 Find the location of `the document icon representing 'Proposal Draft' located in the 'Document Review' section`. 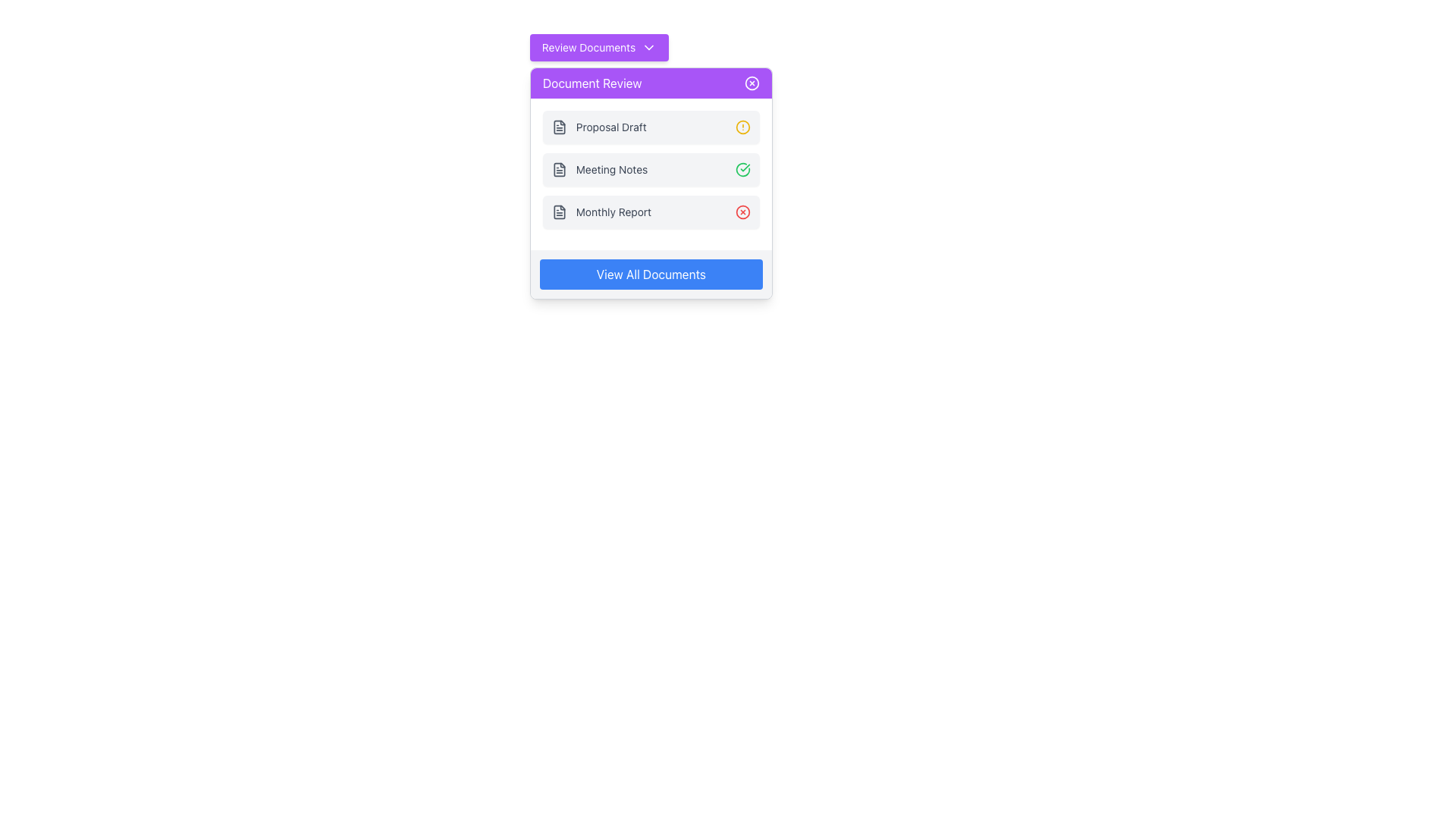

the document icon representing 'Proposal Draft' located in the 'Document Review' section is located at coordinates (558, 127).